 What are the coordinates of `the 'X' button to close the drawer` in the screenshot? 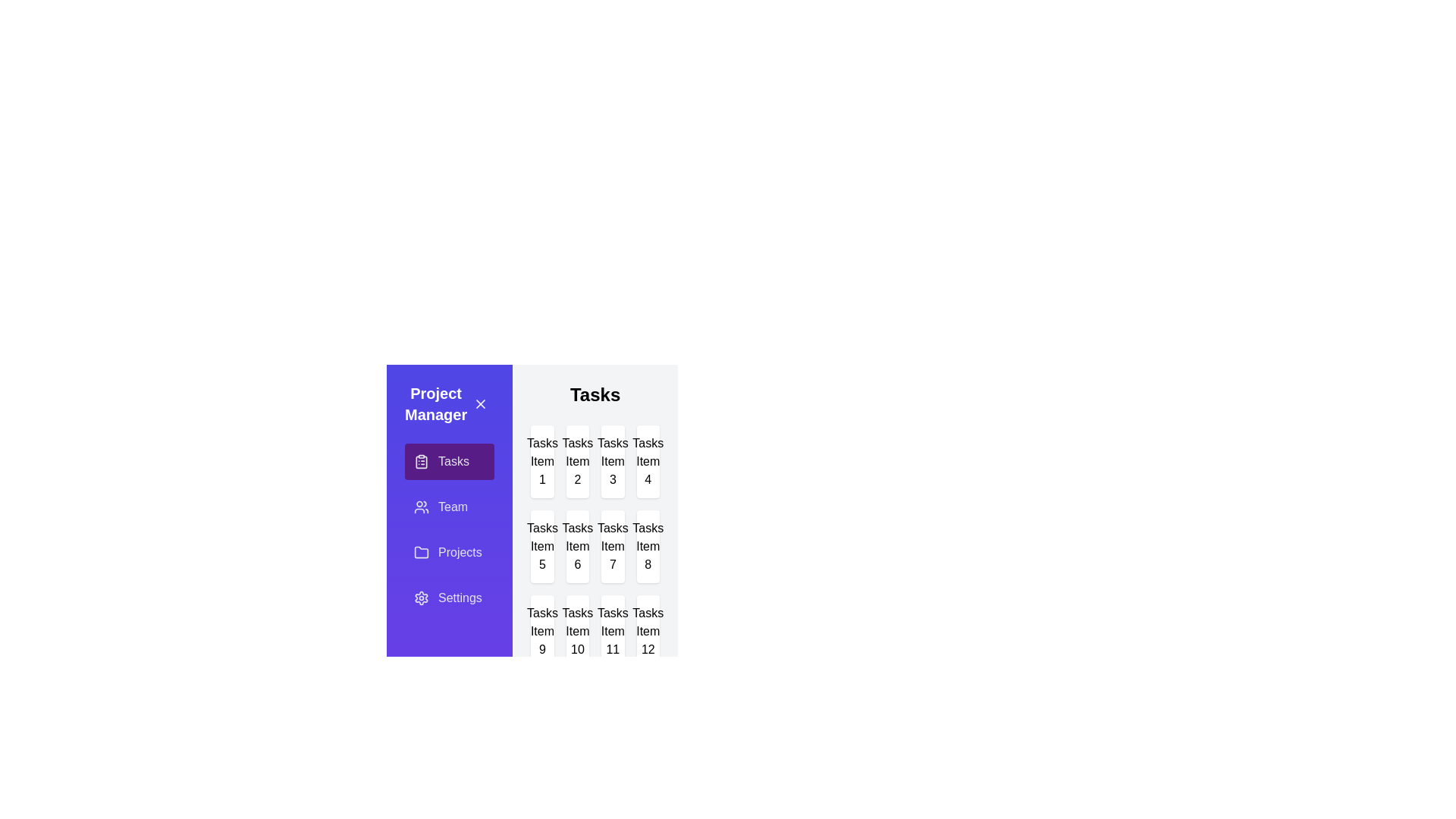 It's located at (480, 403).